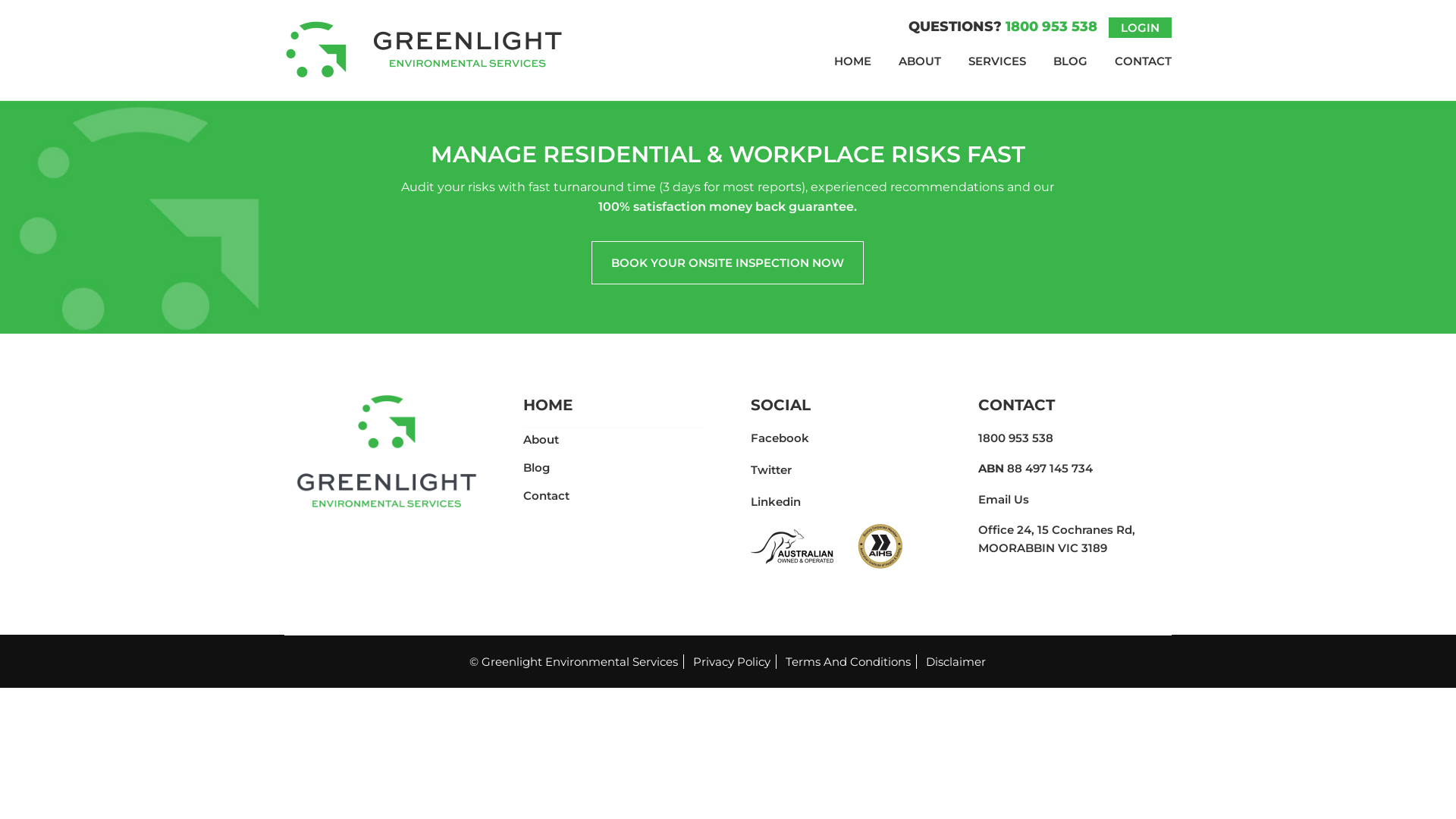 This screenshot has height=819, width=1456. What do you see at coordinates (955, 661) in the screenshot?
I see `'Disclaimer'` at bounding box center [955, 661].